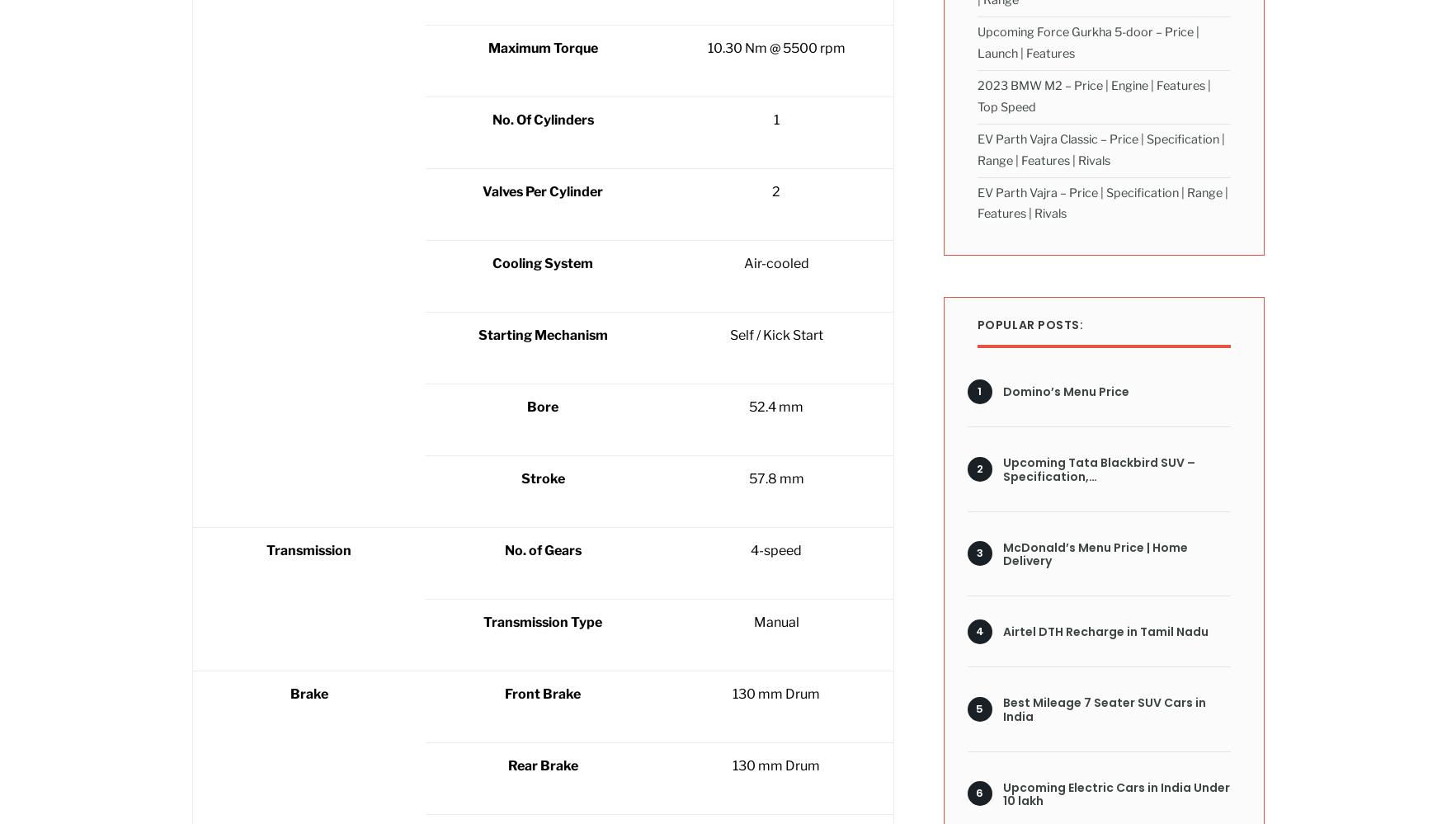 The width and height of the screenshot is (1456, 824). I want to click on 'Rear Brake', so click(541, 765).